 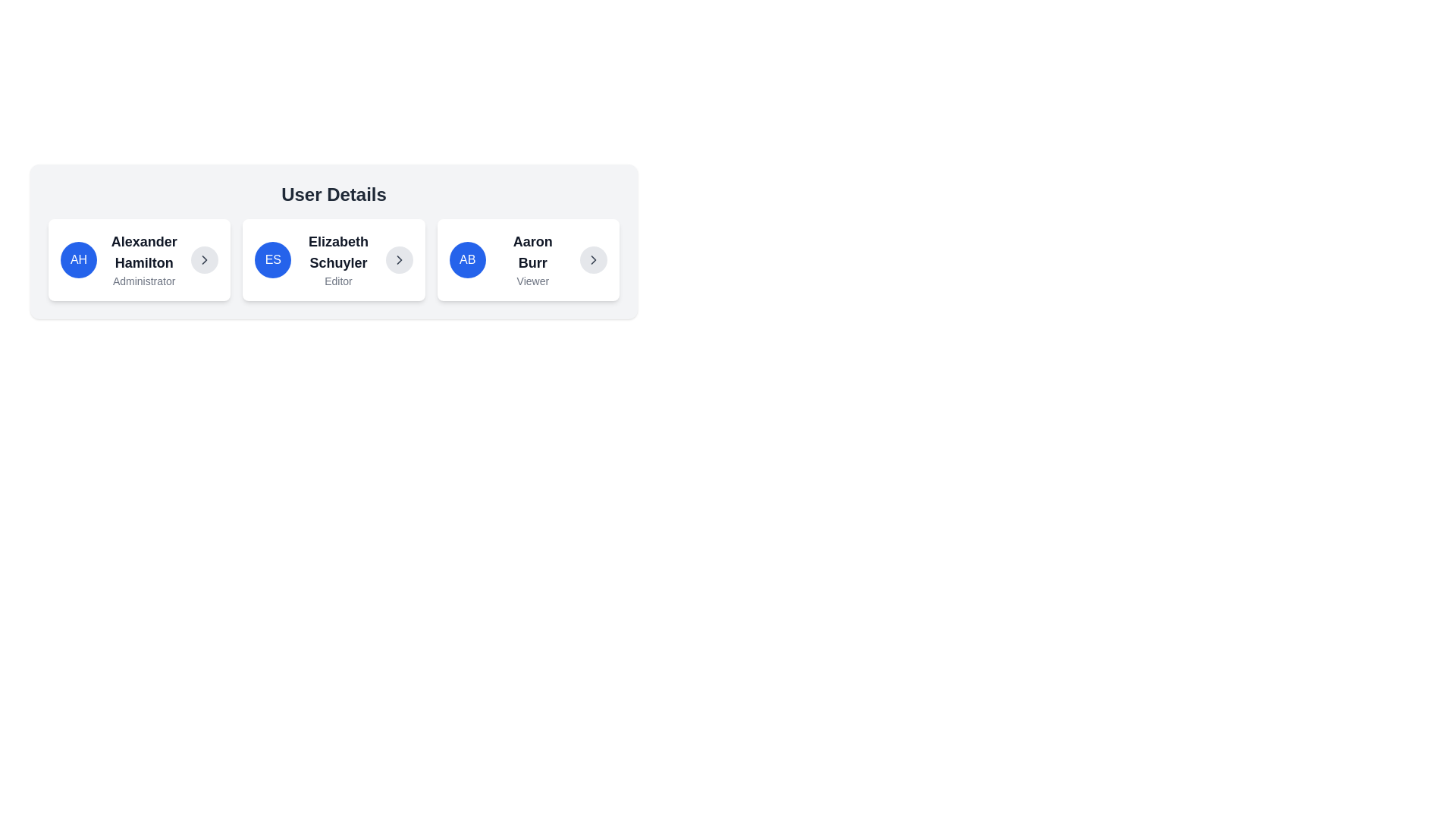 What do you see at coordinates (144, 281) in the screenshot?
I see `the Text Label that provides the role description (Administrator) for the user named 'Alexander Hamilton', located directly below the user's name in the user detail box` at bounding box center [144, 281].